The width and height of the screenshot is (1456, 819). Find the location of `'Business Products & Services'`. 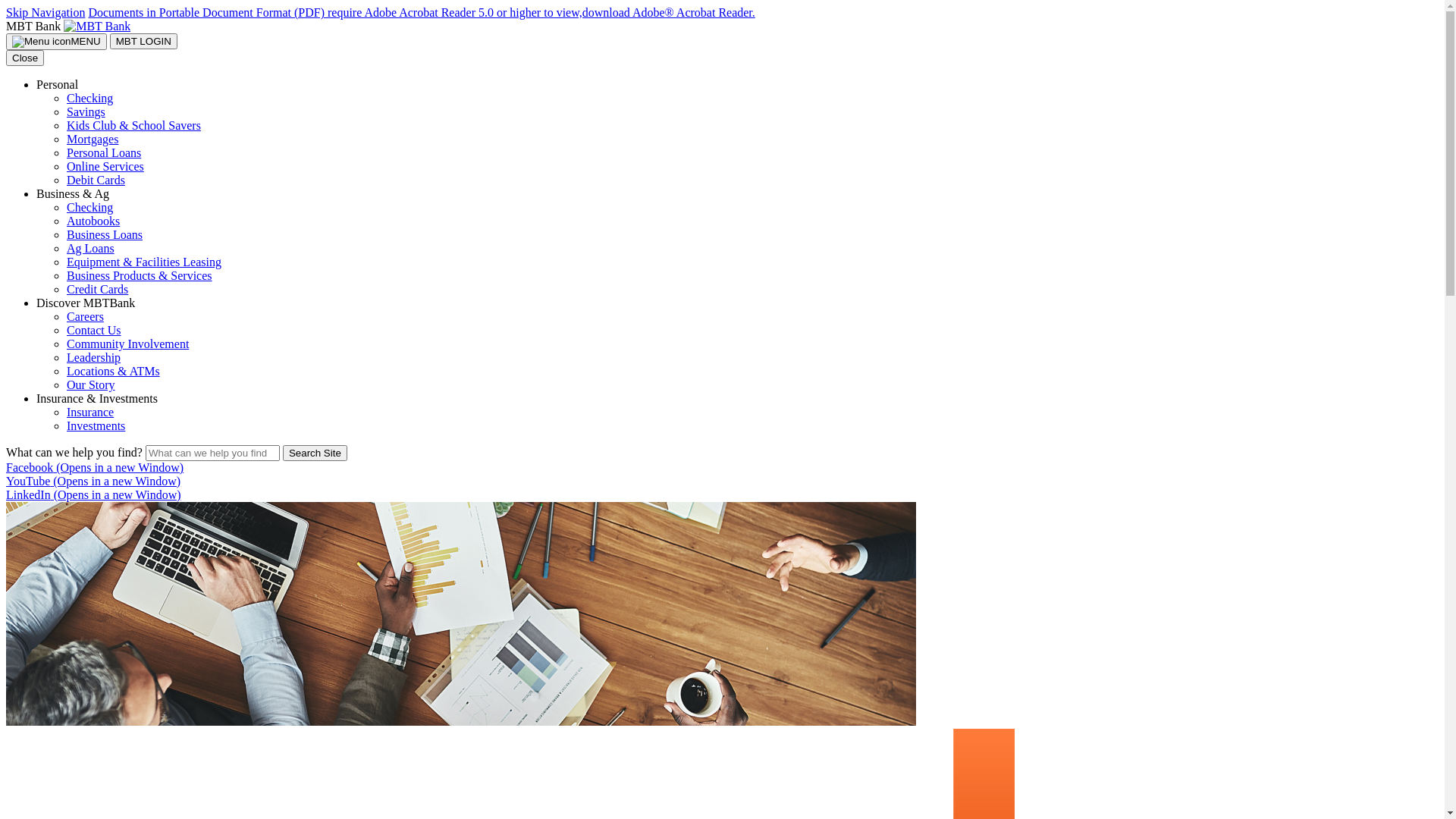

'Business Products & Services' is located at coordinates (139, 275).